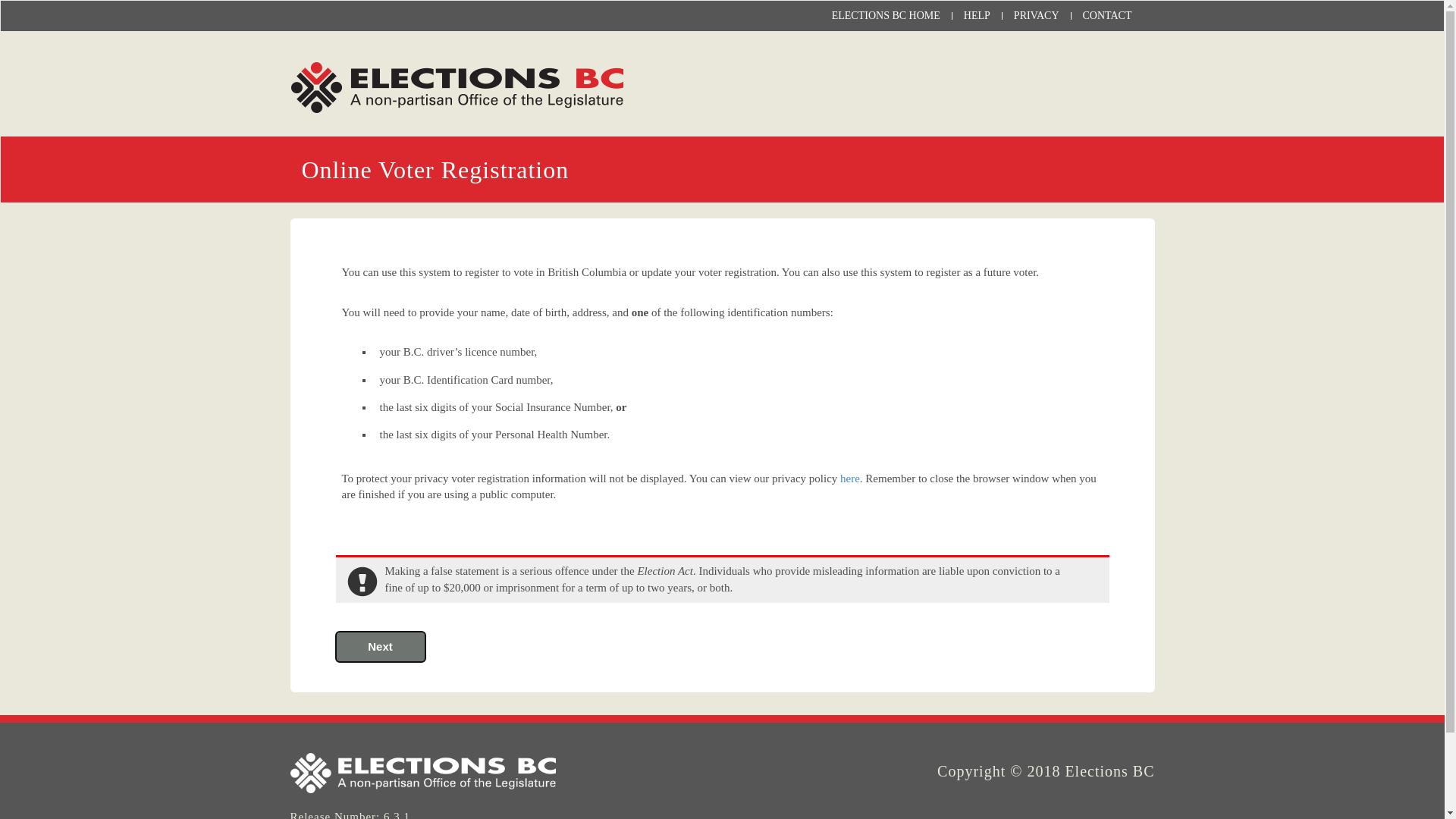  What do you see at coordinates (977, 15) in the screenshot?
I see `'HELP'` at bounding box center [977, 15].